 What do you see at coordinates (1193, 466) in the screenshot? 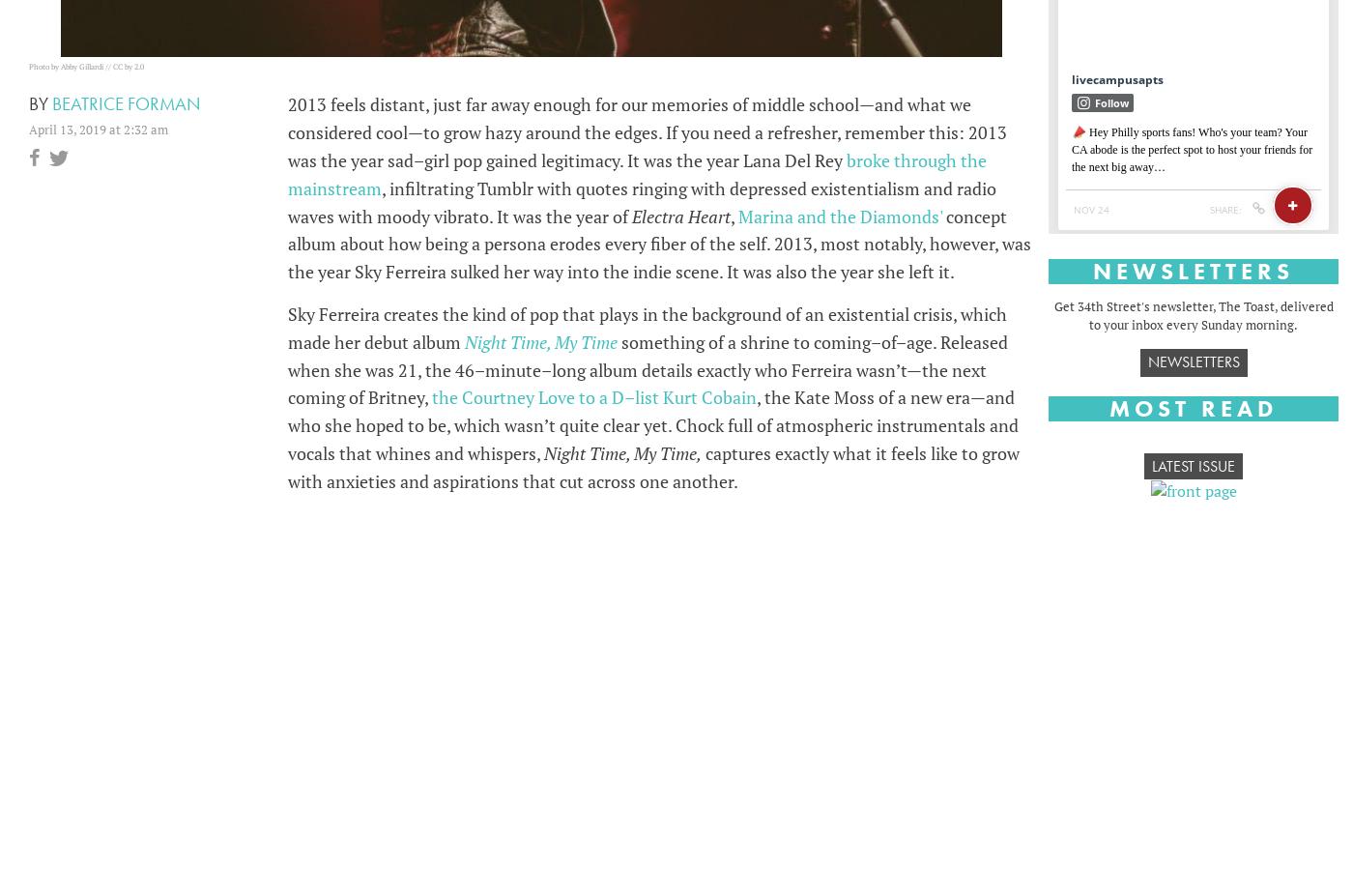
I see `'Latest Issue'` at bounding box center [1193, 466].